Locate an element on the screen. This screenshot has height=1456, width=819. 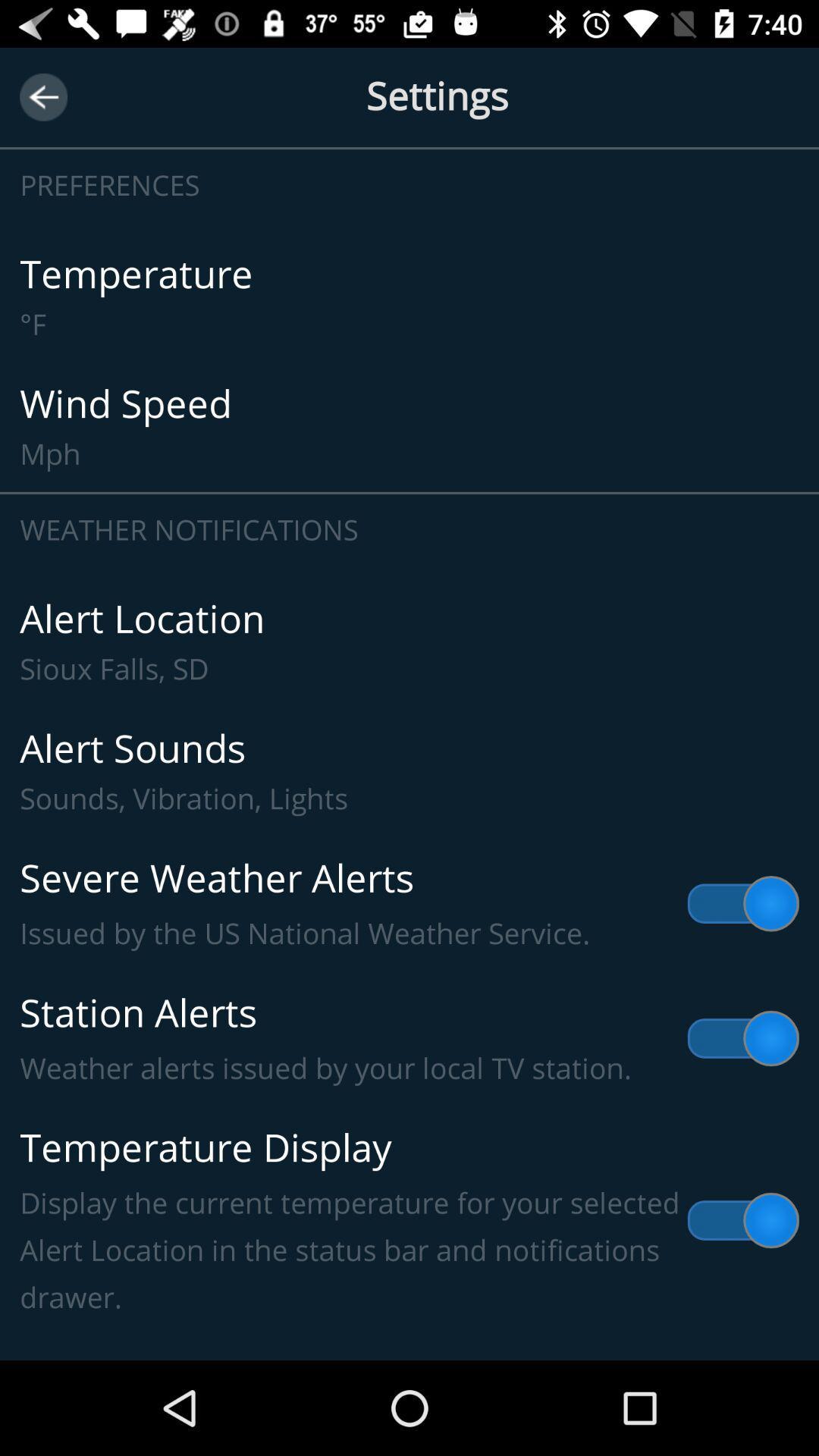
icon next to the settings is located at coordinates (42, 96).